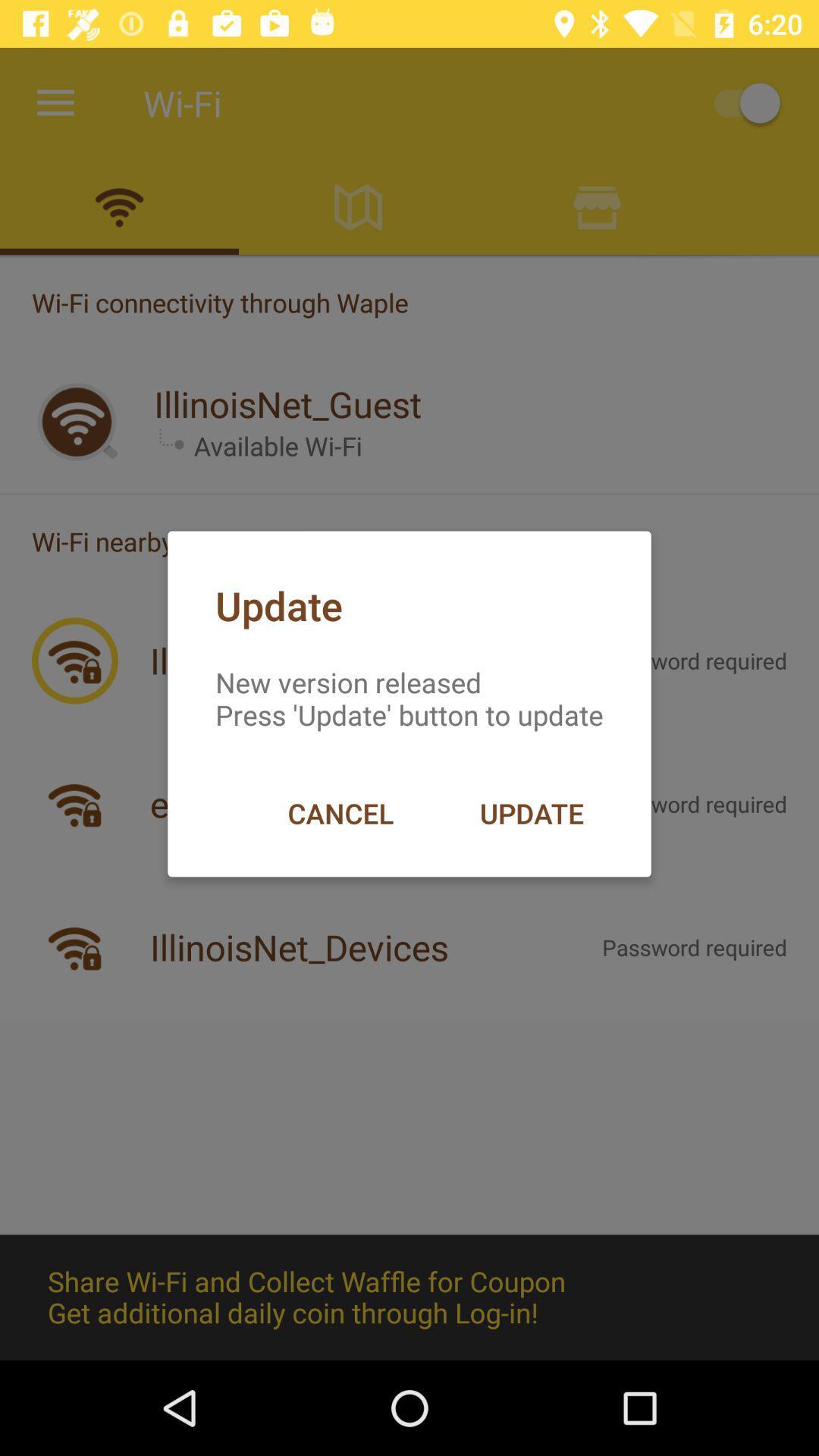  Describe the element at coordinates (340, 812) in the screenshot. I see `item to the left of the update item` at that location.